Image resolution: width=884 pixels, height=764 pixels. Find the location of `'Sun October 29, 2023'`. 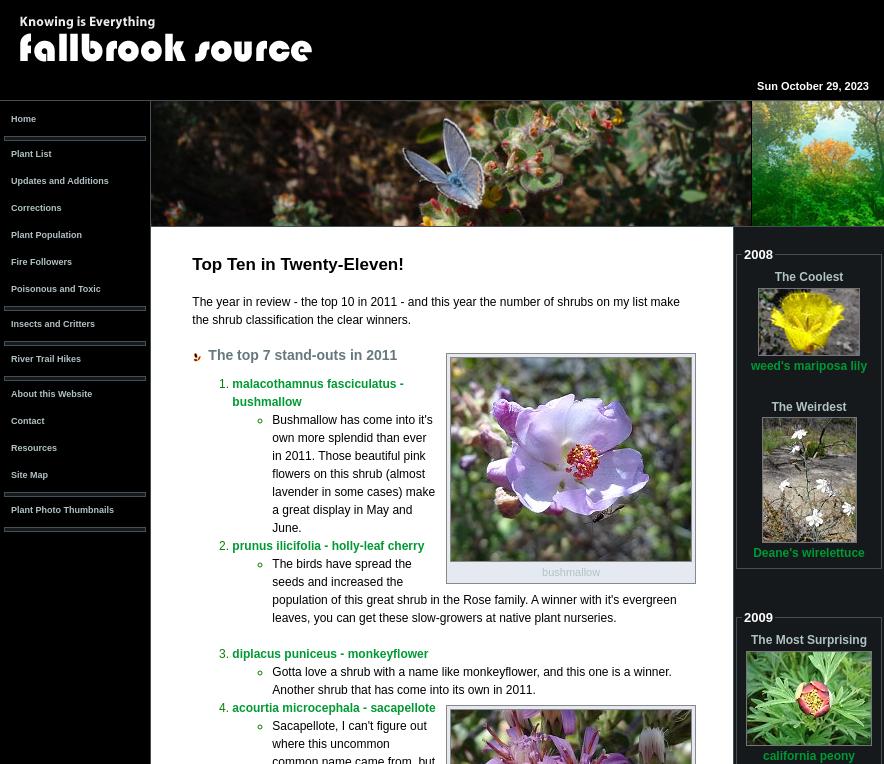

'Sun October 29, 2023' is located at coordinates (813, 86).